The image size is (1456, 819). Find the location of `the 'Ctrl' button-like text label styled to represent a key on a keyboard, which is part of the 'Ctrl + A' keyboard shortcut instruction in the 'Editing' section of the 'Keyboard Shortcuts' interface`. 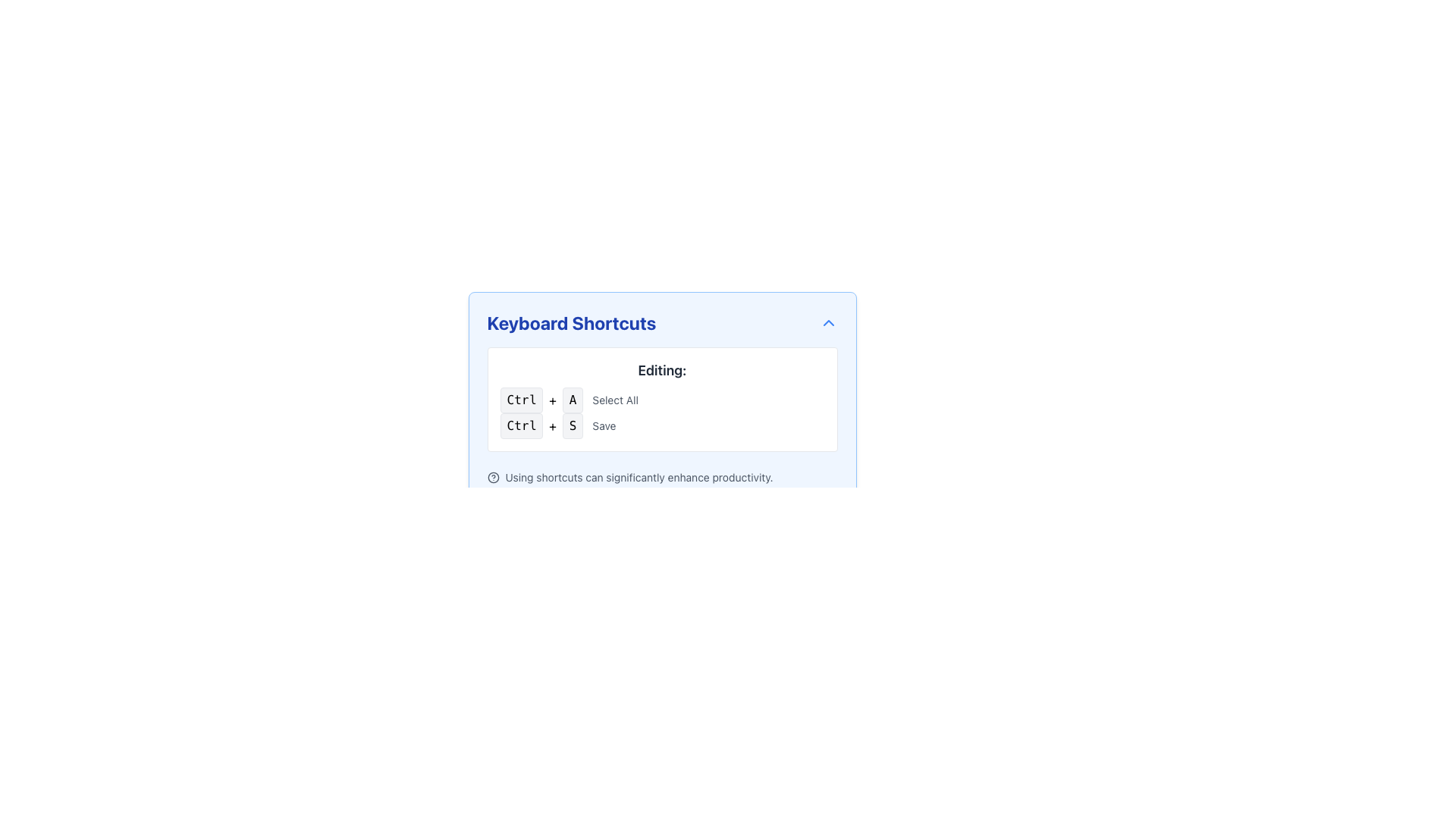

the 'Ctrl' button-like text label styled to represent a key on a keyboard, which is part of the 'Ctrl + A' keyboard shortcut instruction in the 'Editing' section of the 'Keyboard Shortcuts' interface is located at coordinates (521, 400).